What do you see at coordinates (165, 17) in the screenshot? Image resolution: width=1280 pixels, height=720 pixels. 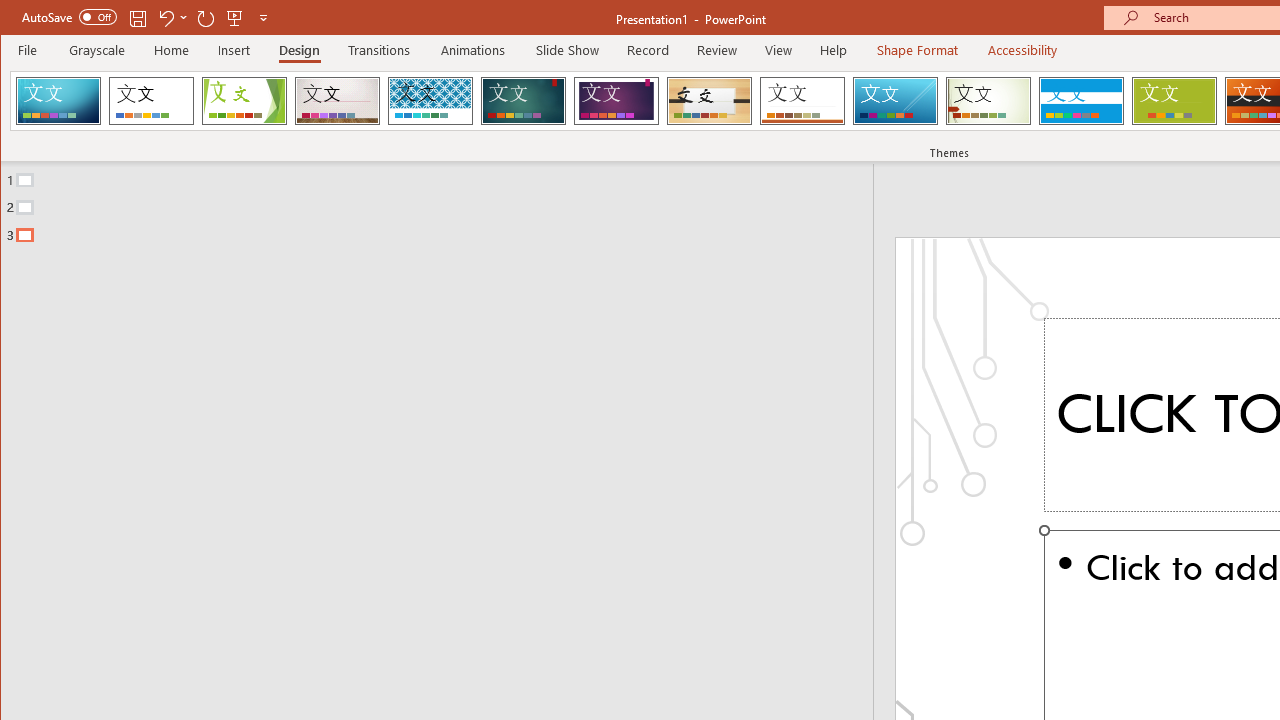 I see `'Undo'` at bounding box center [165, 17].